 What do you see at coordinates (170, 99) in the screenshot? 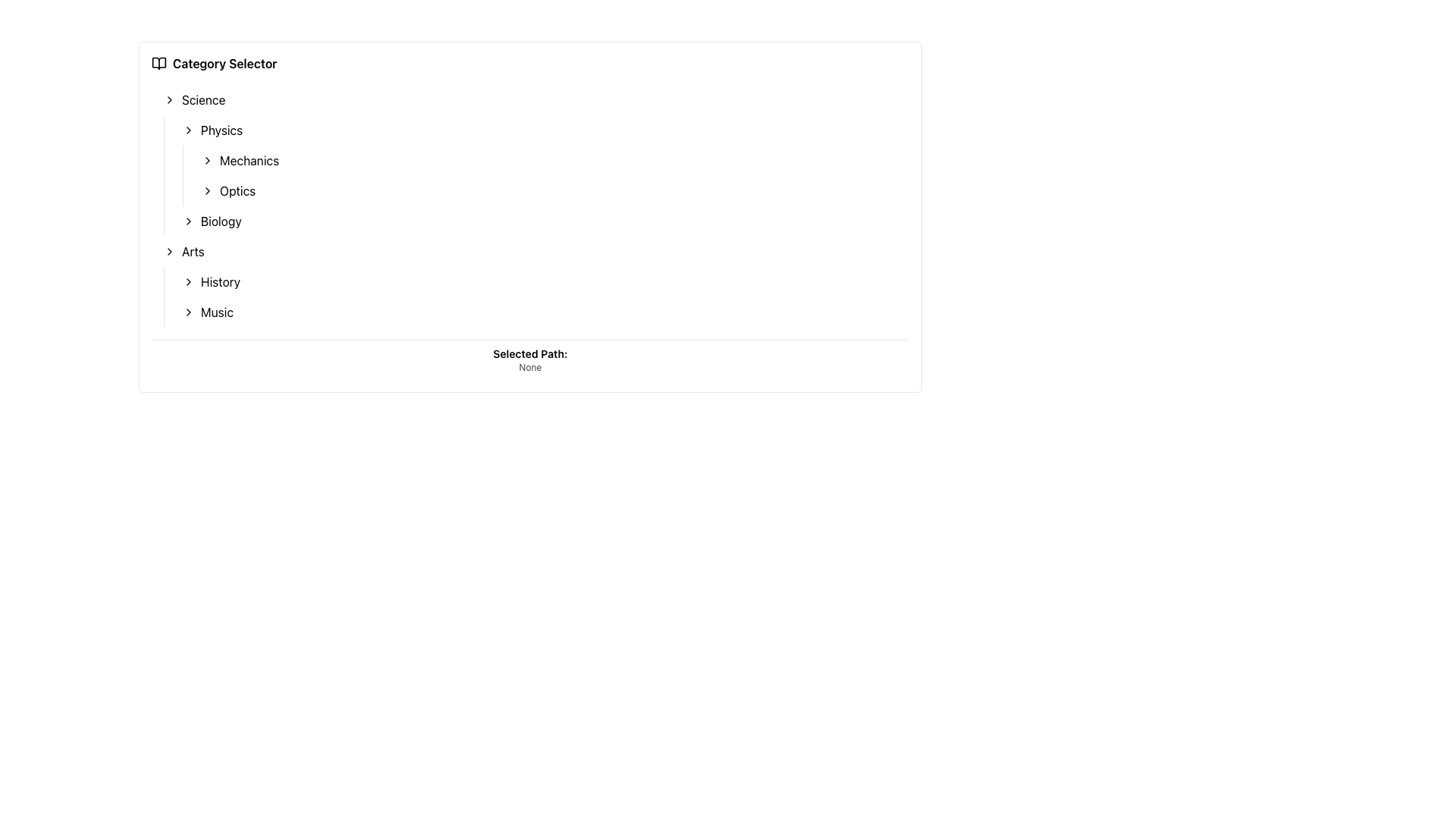
I see `the chevron-shaped icon located beside the text 'Science'` at bounding box center [170, 99].